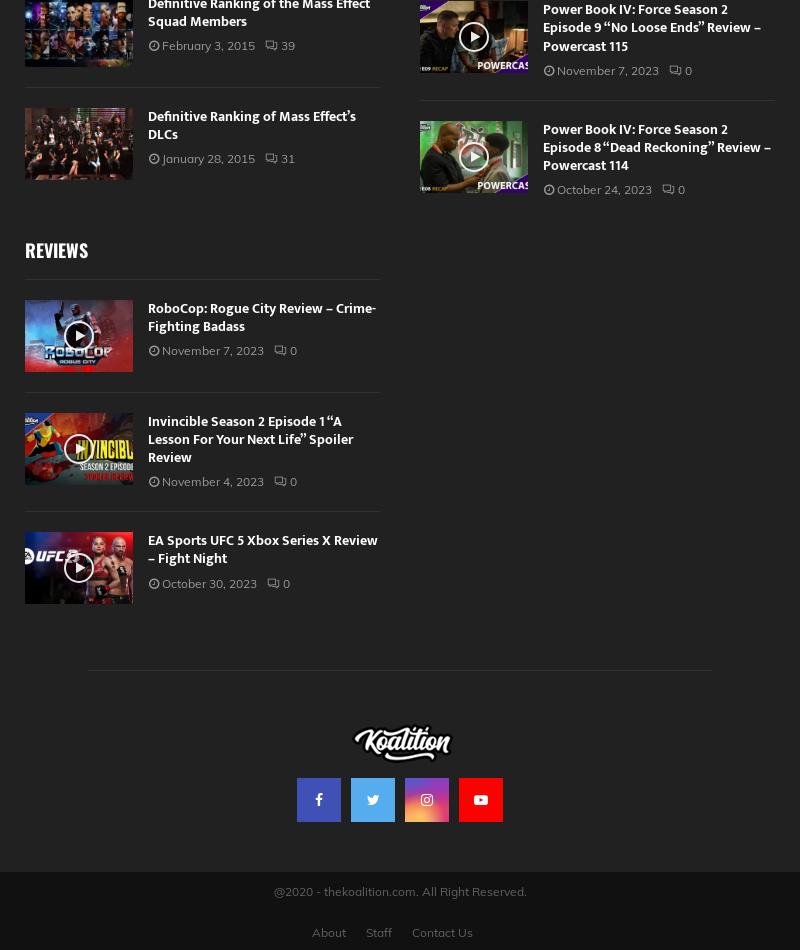 This screenshot has height=950, width=800. What do you see at coordinates (212, 481) in the screenshot?
I see `'November 4, 2023'` at bounding box center [212, 481].